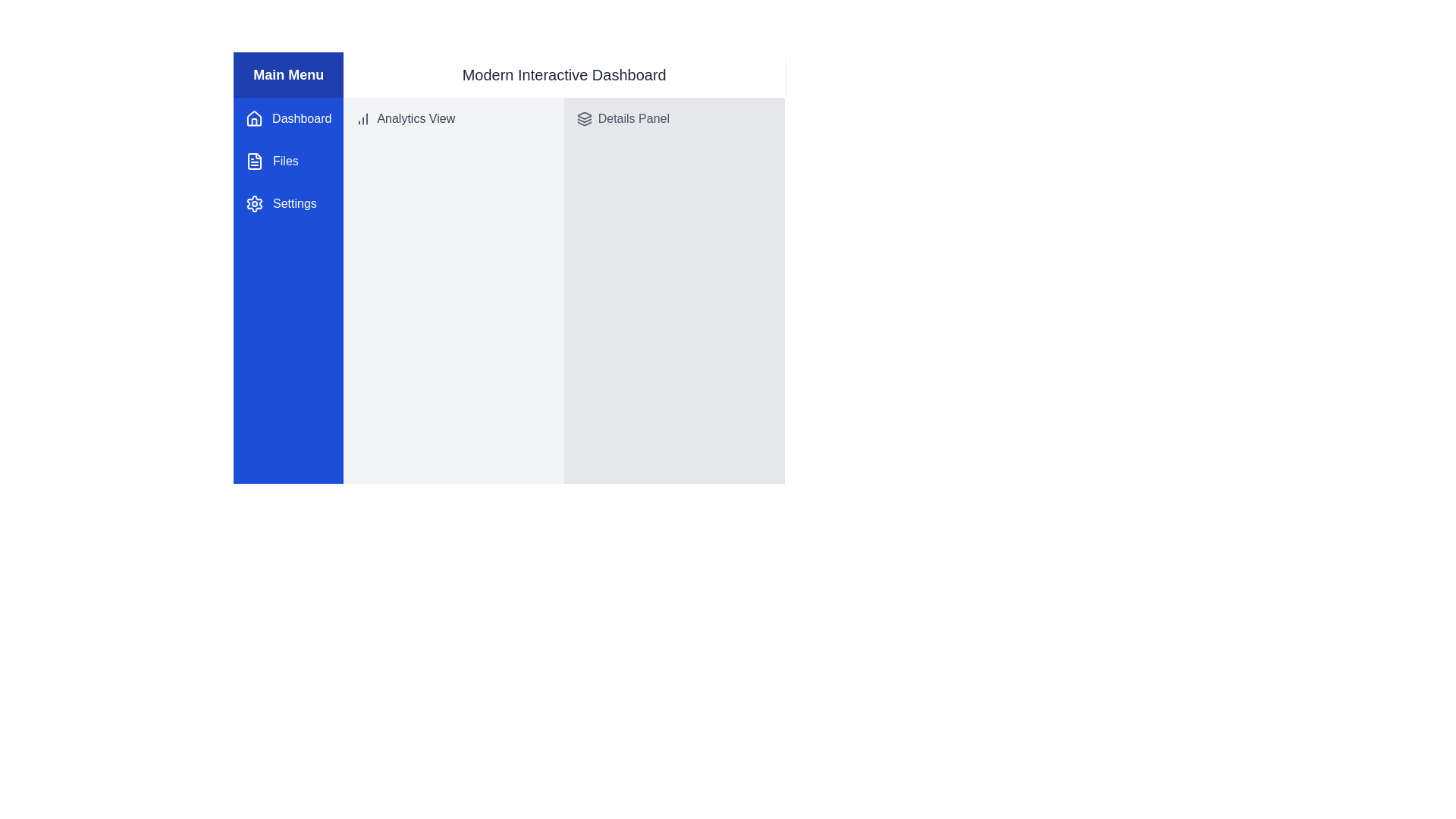 The height and width of the screenshot is (819, 1456). Describe the element at coordinates (583, 118) in the screenshot. I see `the layered icon in the 'Details Panel' section, which is located to the left of the text 'Details Panel'` at that location.